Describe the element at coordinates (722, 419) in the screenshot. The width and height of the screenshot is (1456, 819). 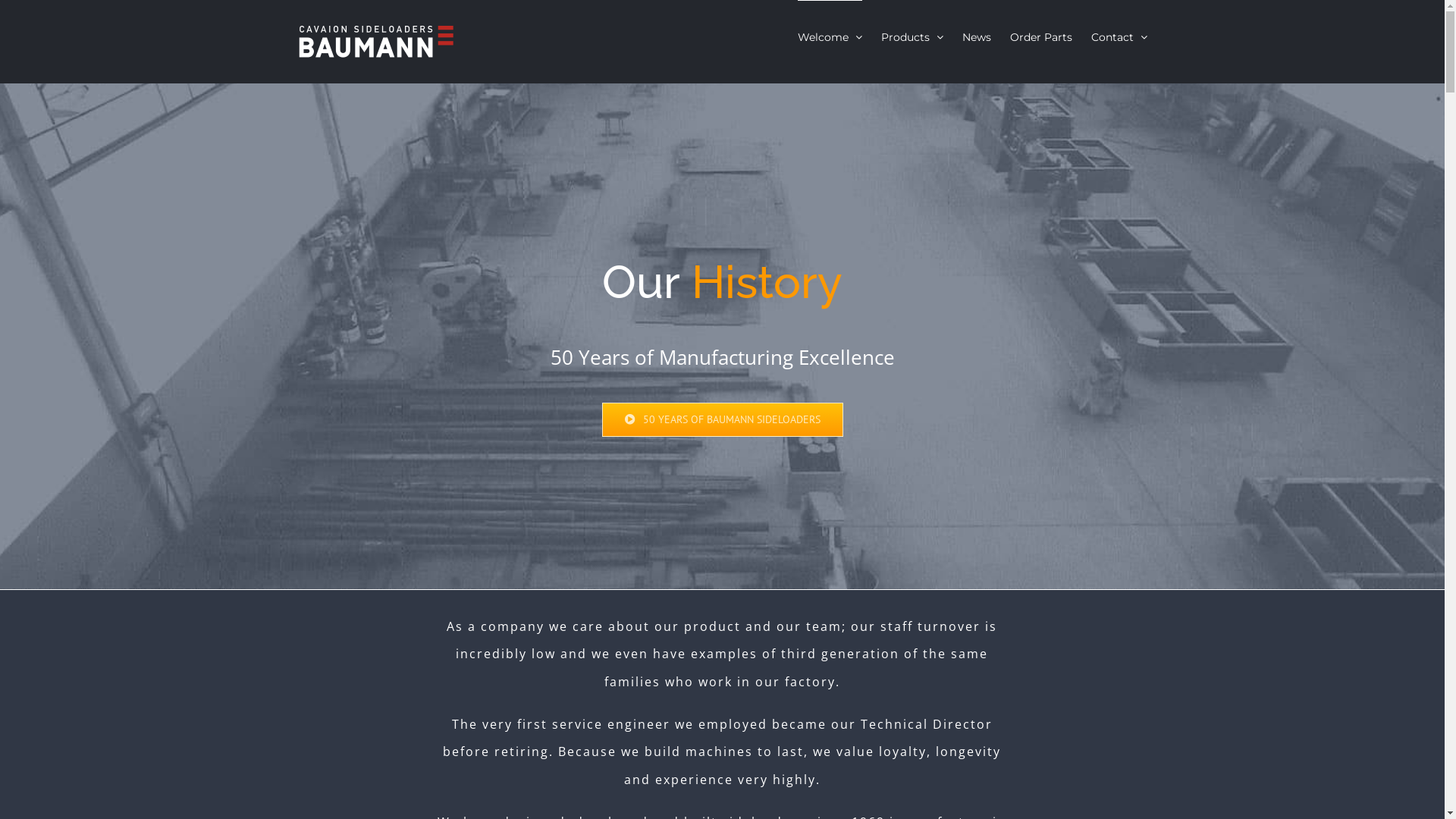
I see `'50 YEARS OF BAUMANN SIDELOADERS'` at that location.